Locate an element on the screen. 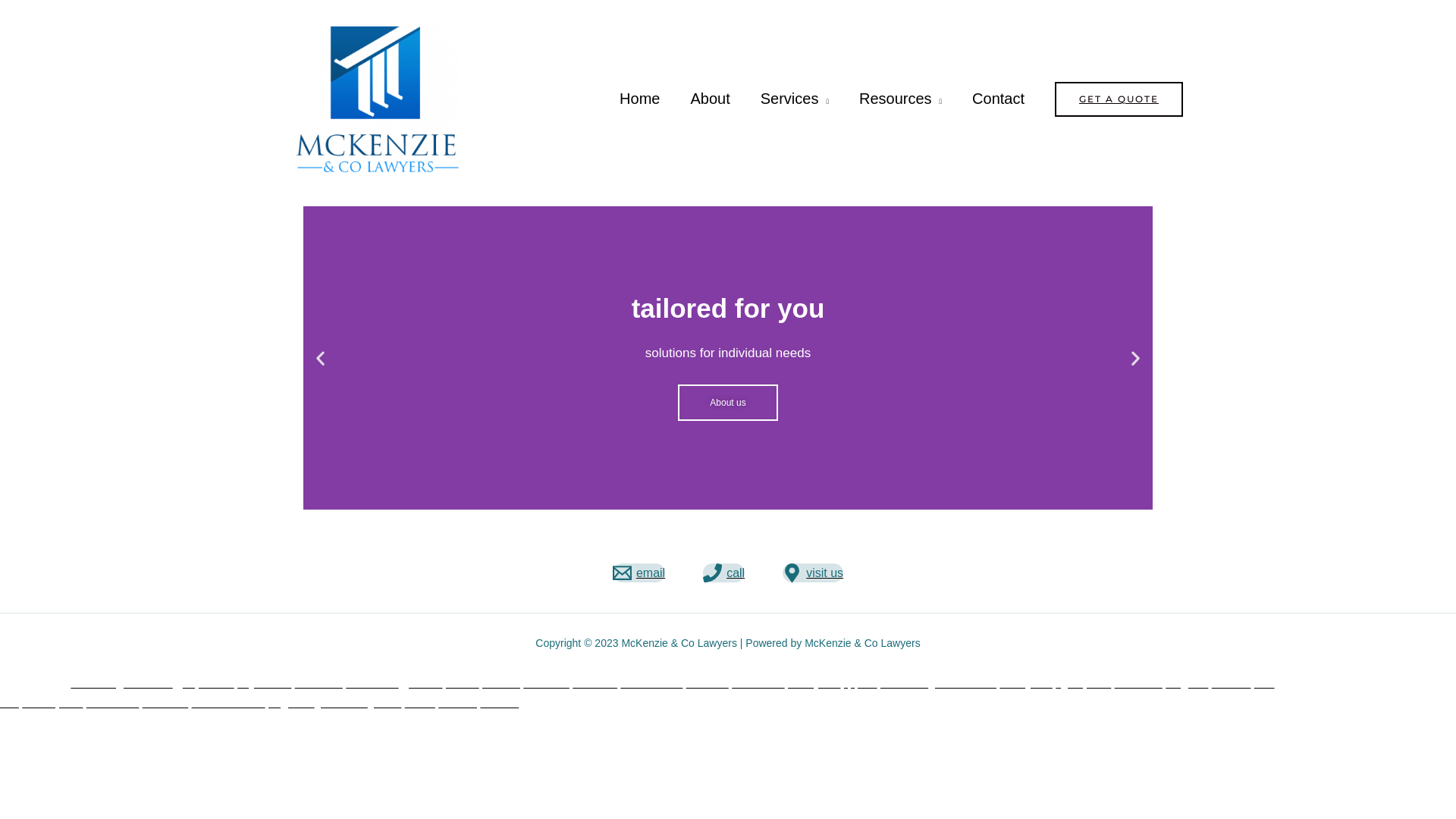  'About' is located at coordinates (709, 99).